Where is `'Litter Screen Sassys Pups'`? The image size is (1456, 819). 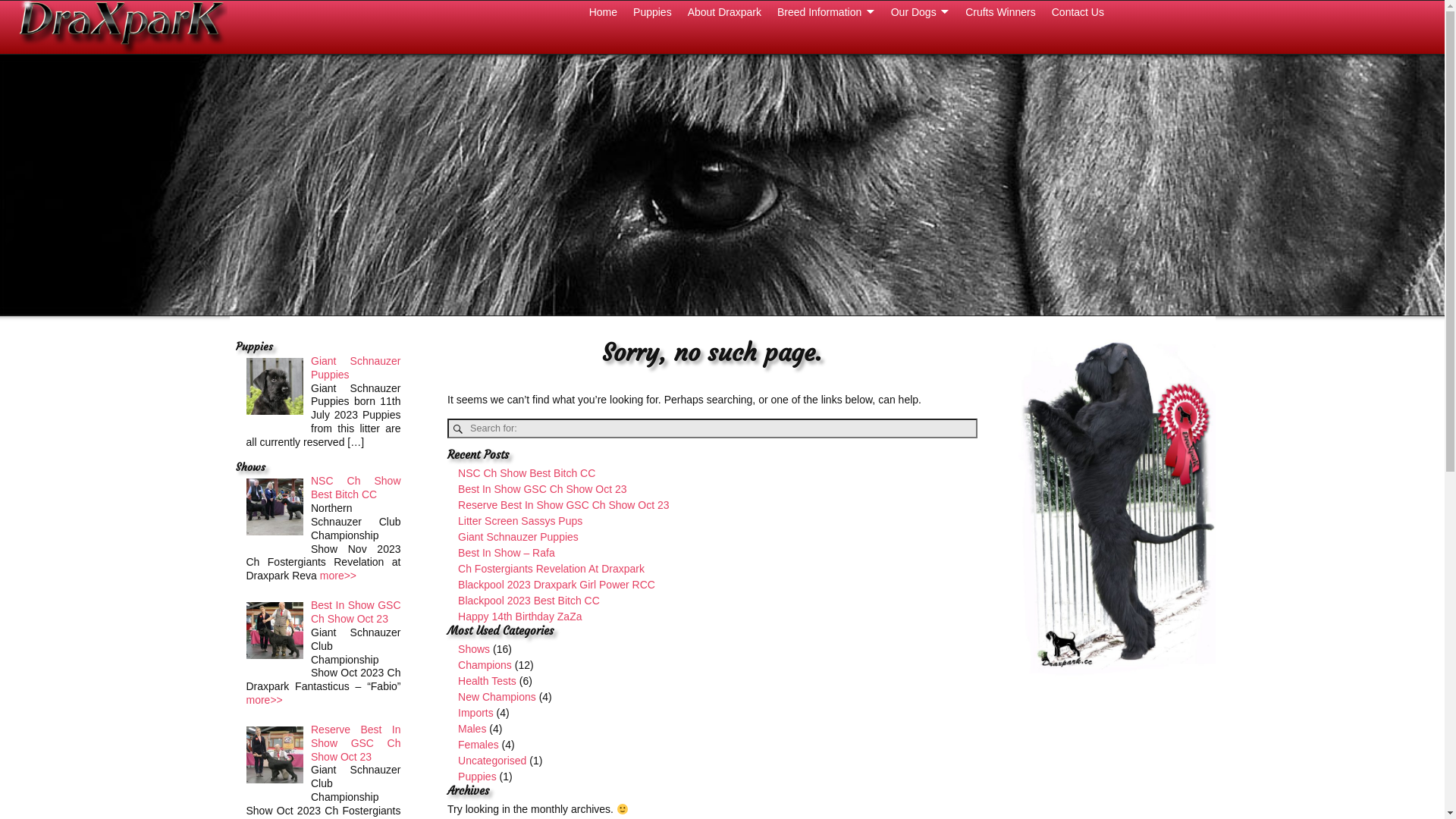
'Litter Screen Sassys Pups' is located at coordinates (520, 519).